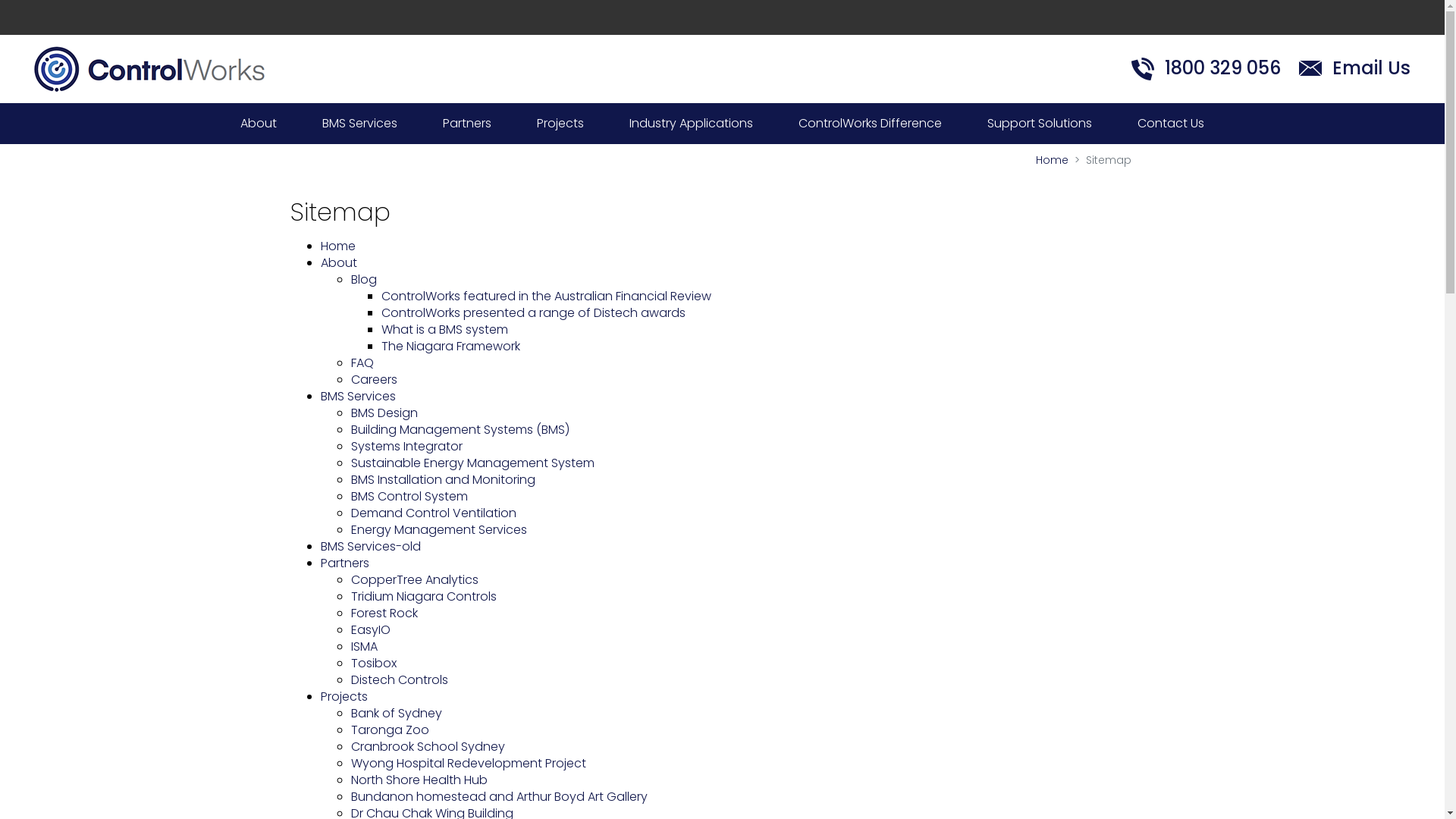 This screenshot has width=1456, height=819. What do you see at coordinates (419, 122) in the screenshot?
I see `'Partners'` at bounding box center [419, 122].